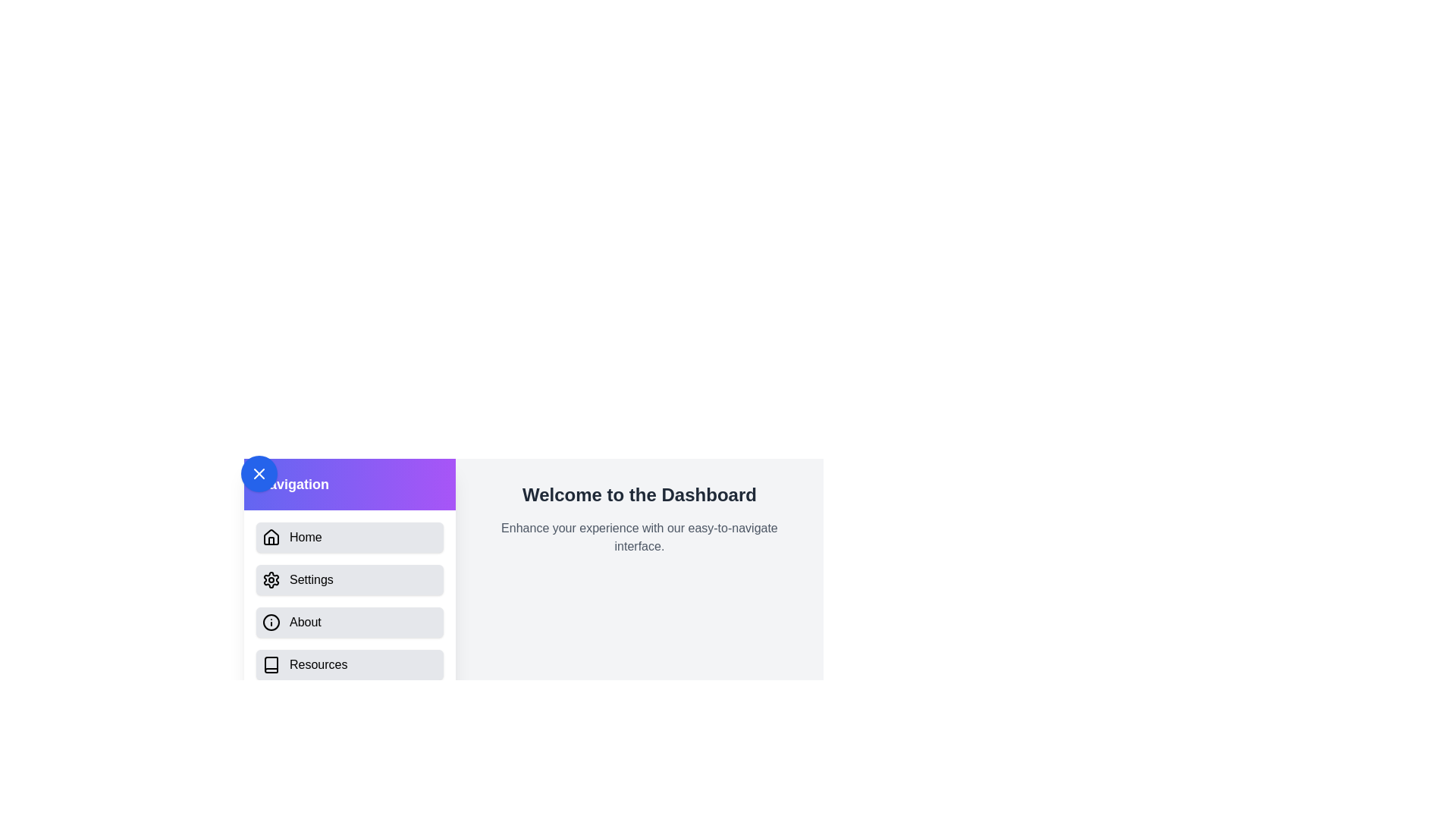 Image resolution: width=1456 pixels, height=819 pixels. What do you see at coordinates (259, 472) in the screenshot?
I see `the button to toggle the drawer visibility` at bounding box center [259, 472].